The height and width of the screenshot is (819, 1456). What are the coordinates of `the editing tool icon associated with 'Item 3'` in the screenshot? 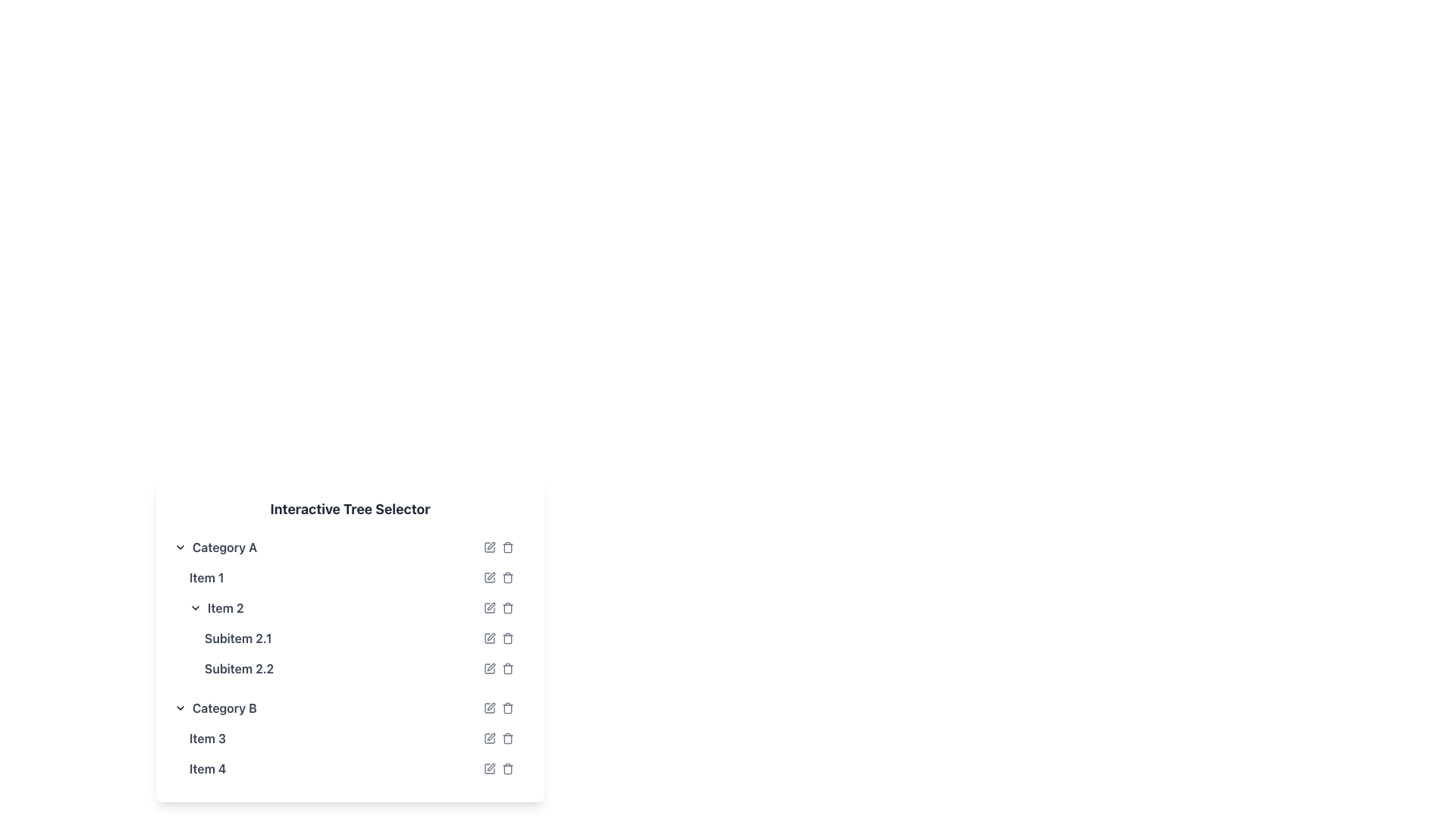 It's located at (490, 738).